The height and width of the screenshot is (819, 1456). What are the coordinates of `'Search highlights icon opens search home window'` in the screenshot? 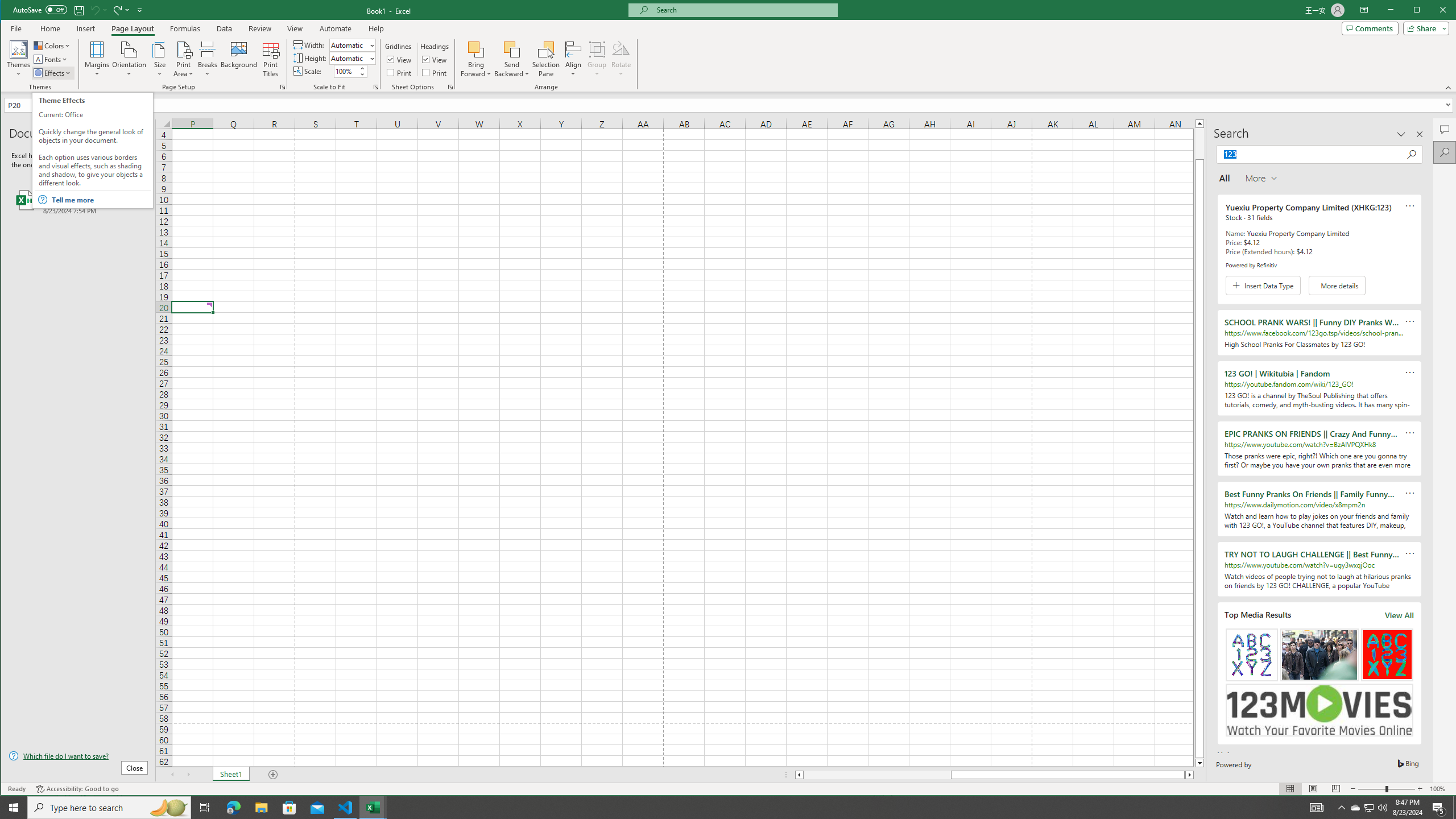 It's located at (167, 806).